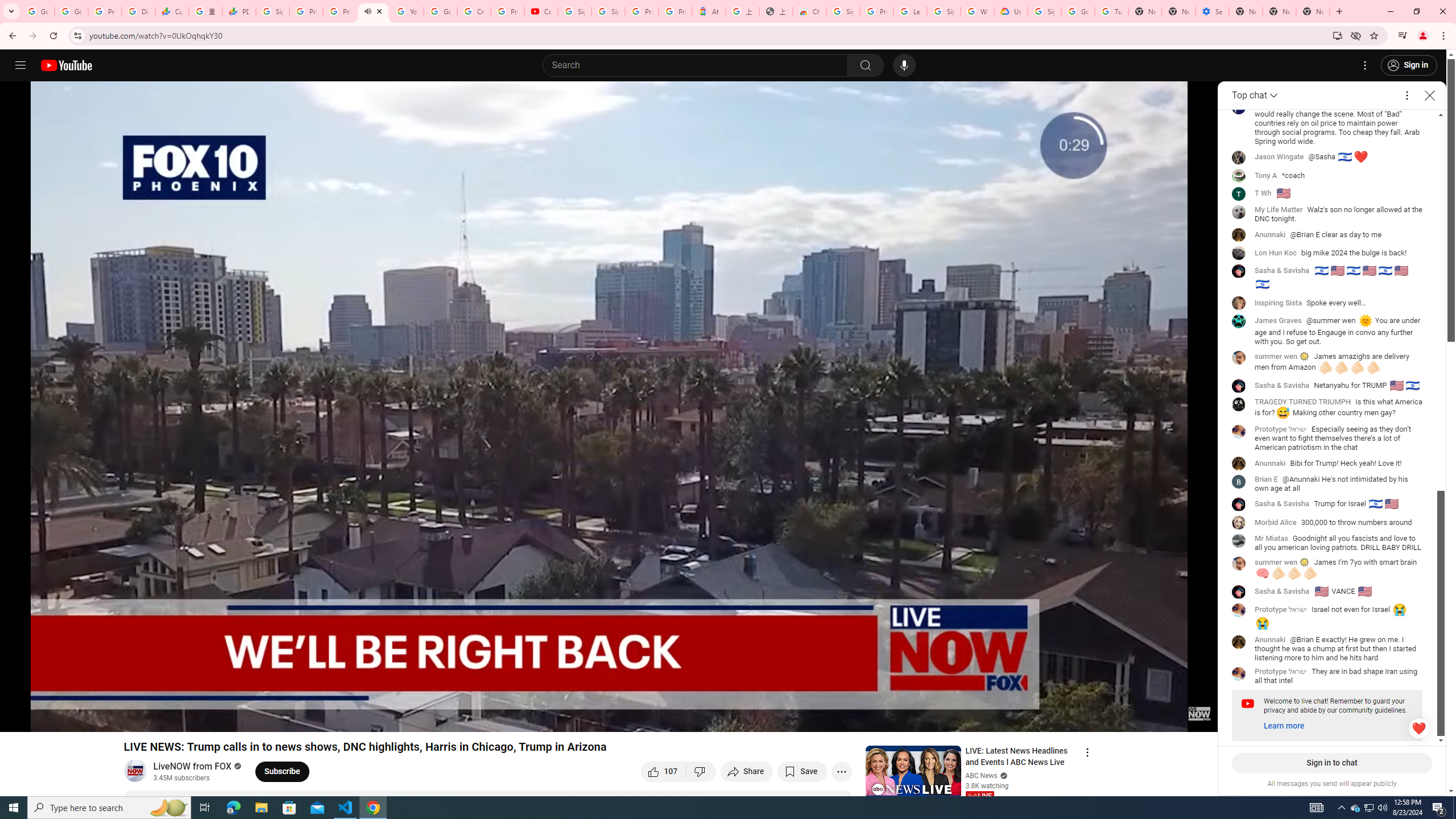 The height and width of the screenshot is (819, 1456). What do you see at coordinates (1199, 713) in the screenshot?
I see `'Channel watermark'` at bounding box center [1199, 713].